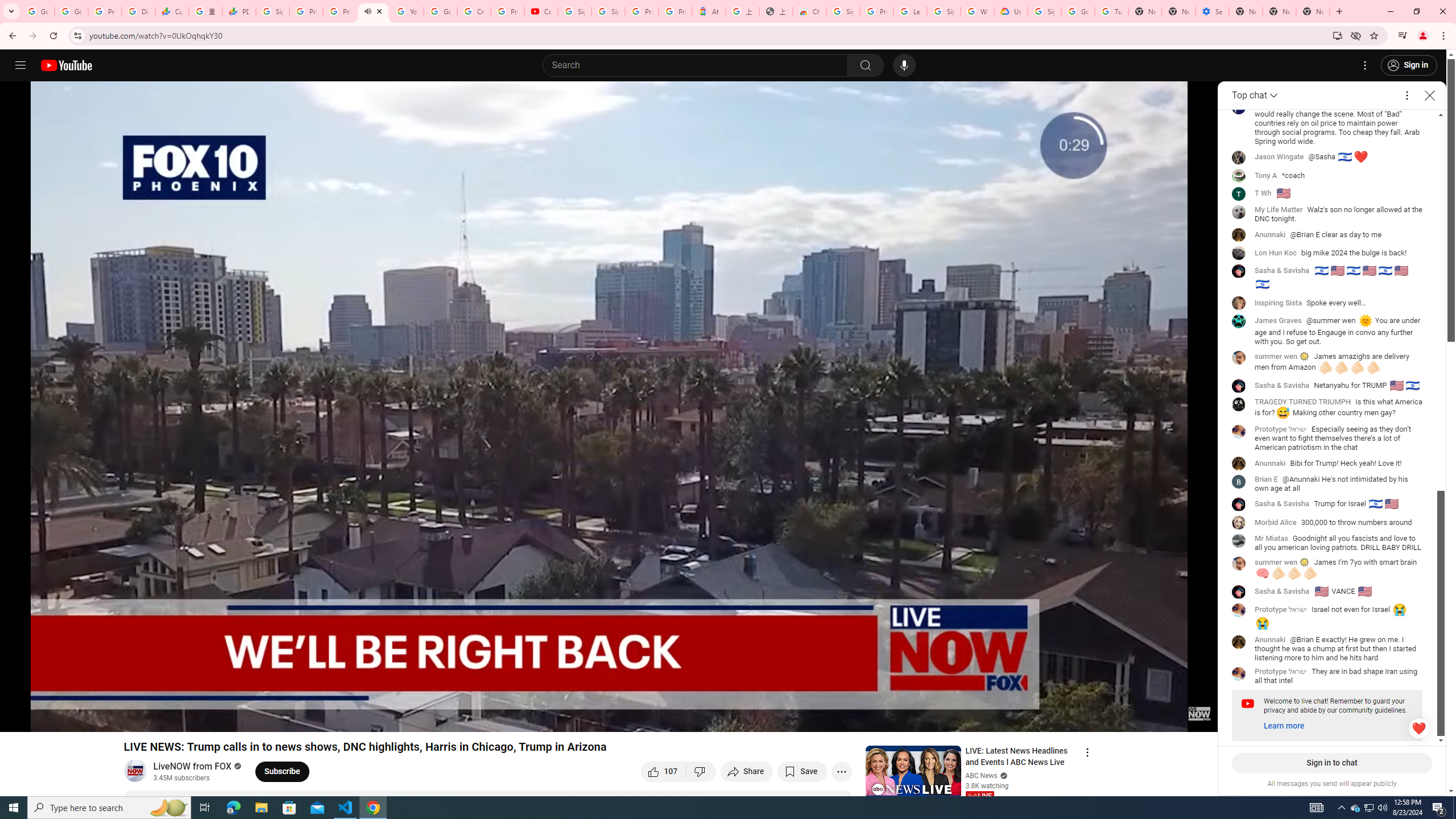 The height and width of the screenshot is (819, 1456). What do you see at coordinates (1199, 713) in the screenshot?
I see `'Channel watermark'` at bounding box center [1199, 713].